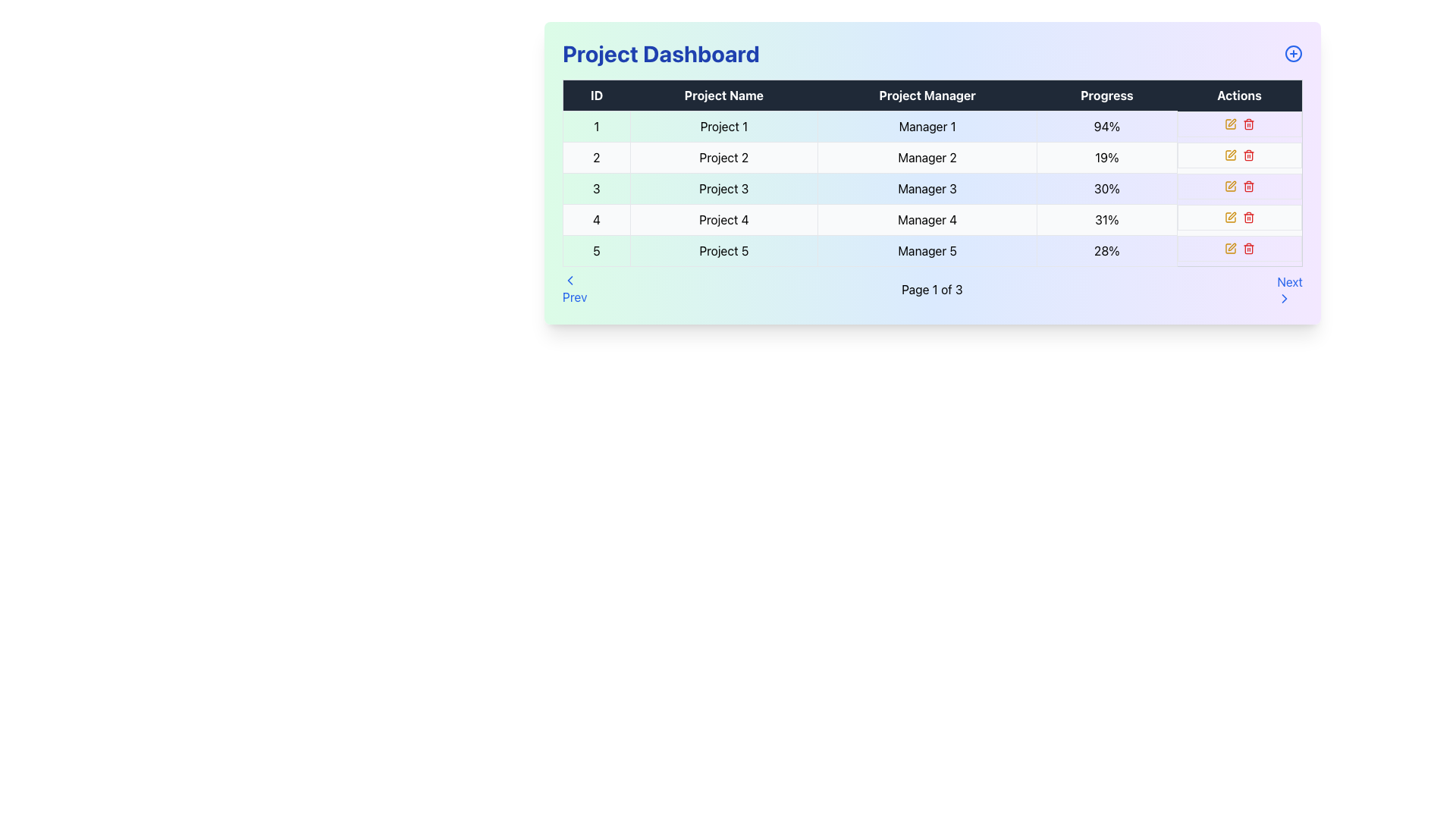  I want to click on the editing icon button resembling a pen located in the 'Actions' column of the data table for 'Project 5', so click(1232, 246).